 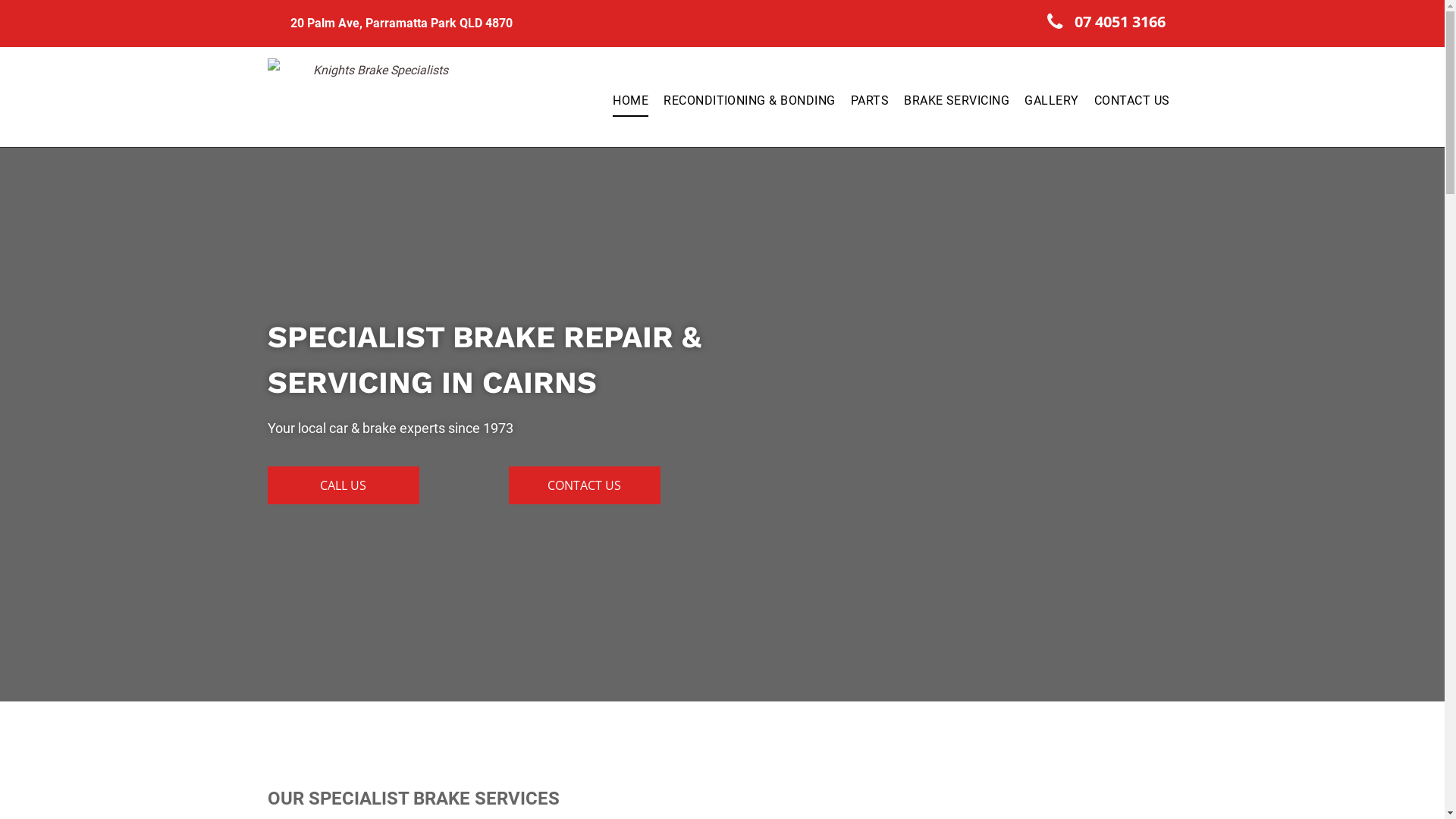 I want to click on '20 Palm Ave, Parramatta Park QLD 4870', so click(x=400, y=23).